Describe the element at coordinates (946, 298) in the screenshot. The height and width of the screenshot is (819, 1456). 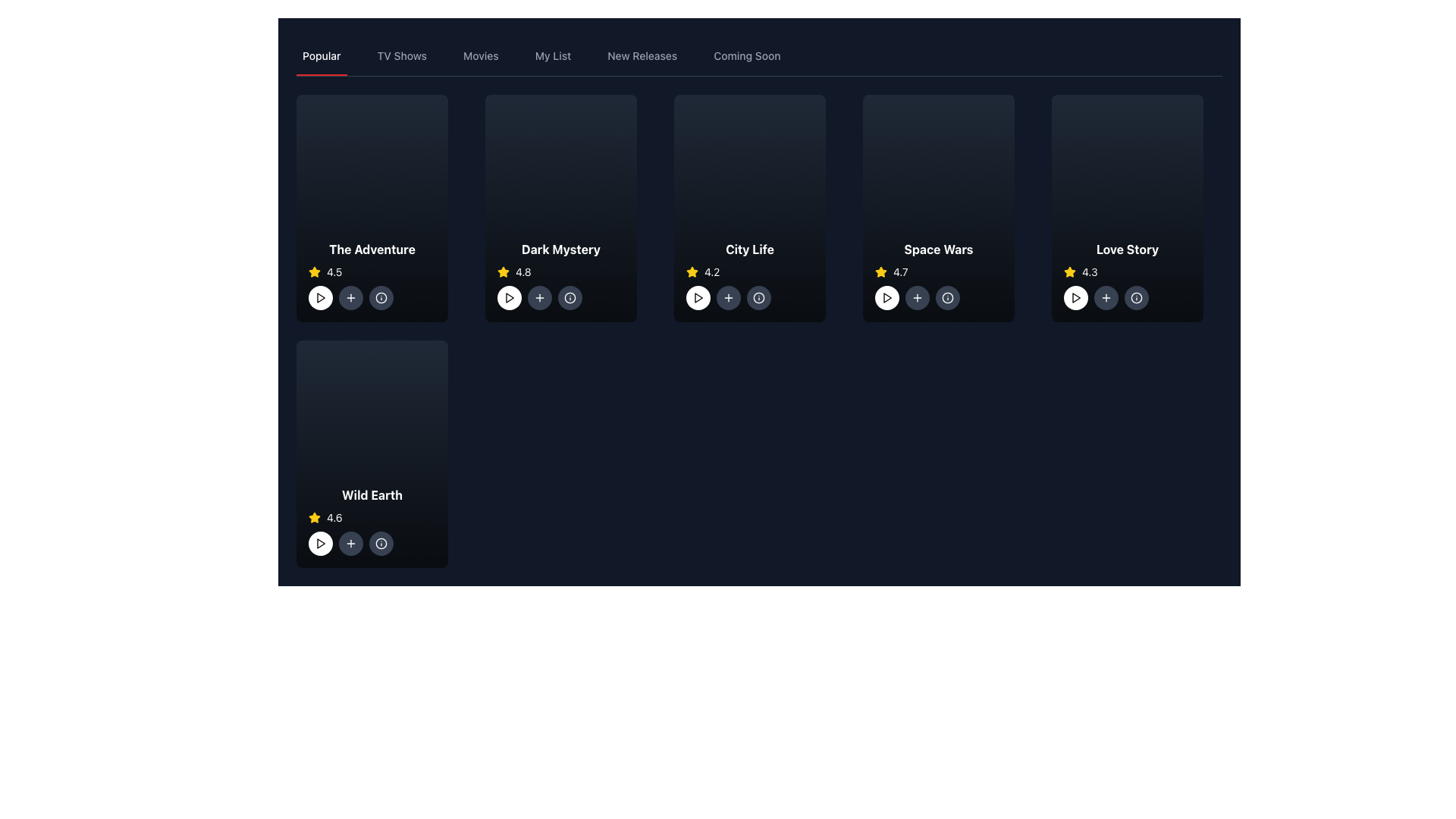
I see `the circular gray button with an 'i' icon, which is the third button in the sequence below the 'Space Wars' card` at that location.